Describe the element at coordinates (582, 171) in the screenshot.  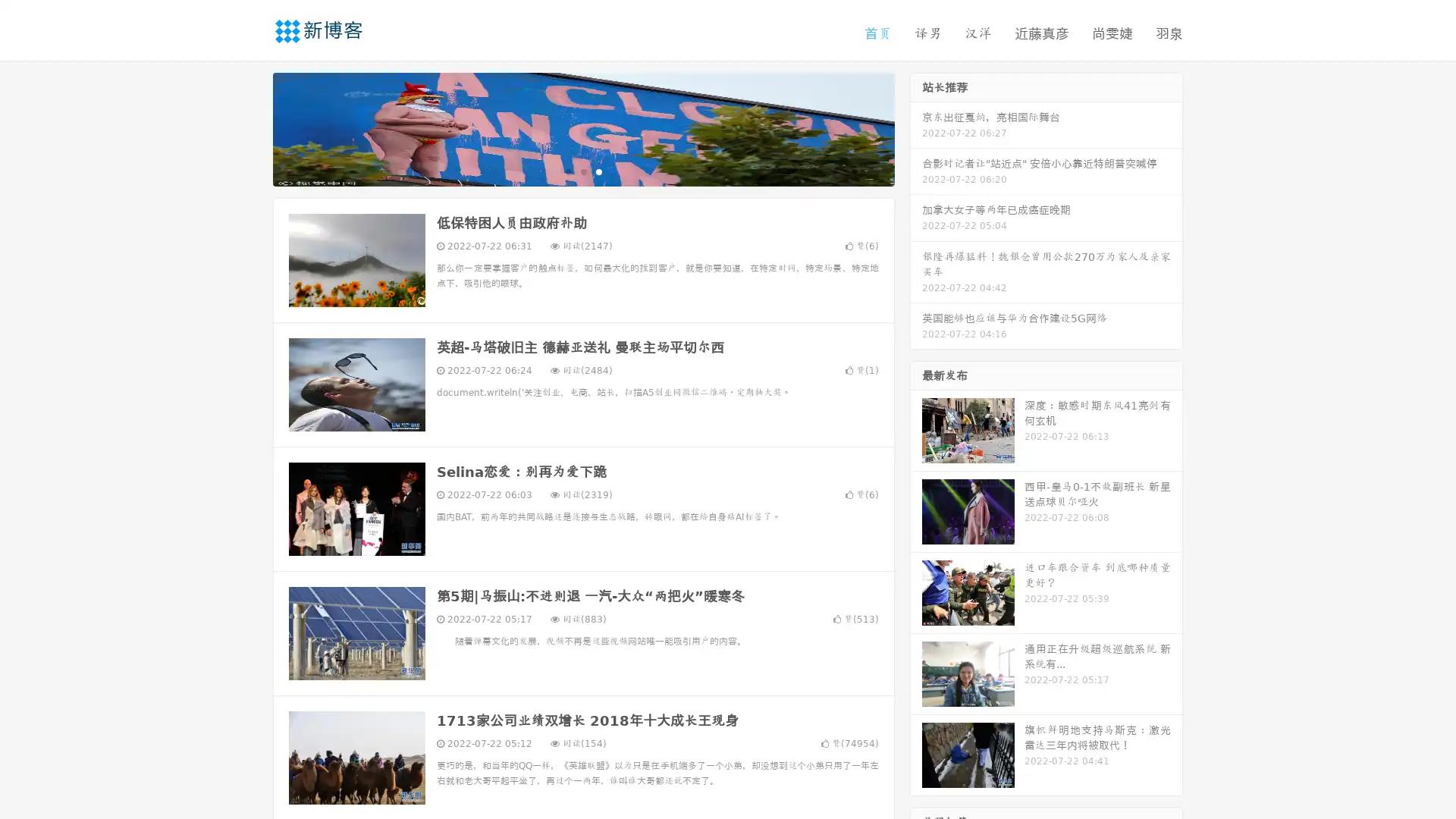
I see `Go to slide 2` at that location.